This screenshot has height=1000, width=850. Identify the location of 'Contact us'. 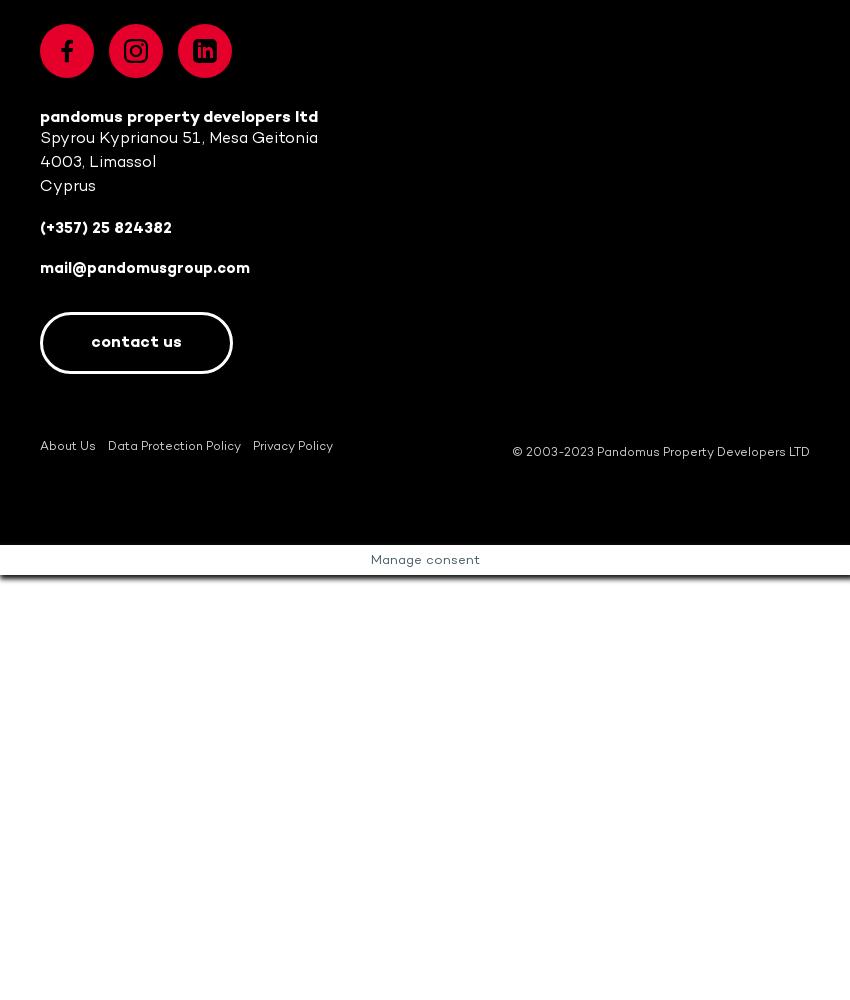
(136, 340).